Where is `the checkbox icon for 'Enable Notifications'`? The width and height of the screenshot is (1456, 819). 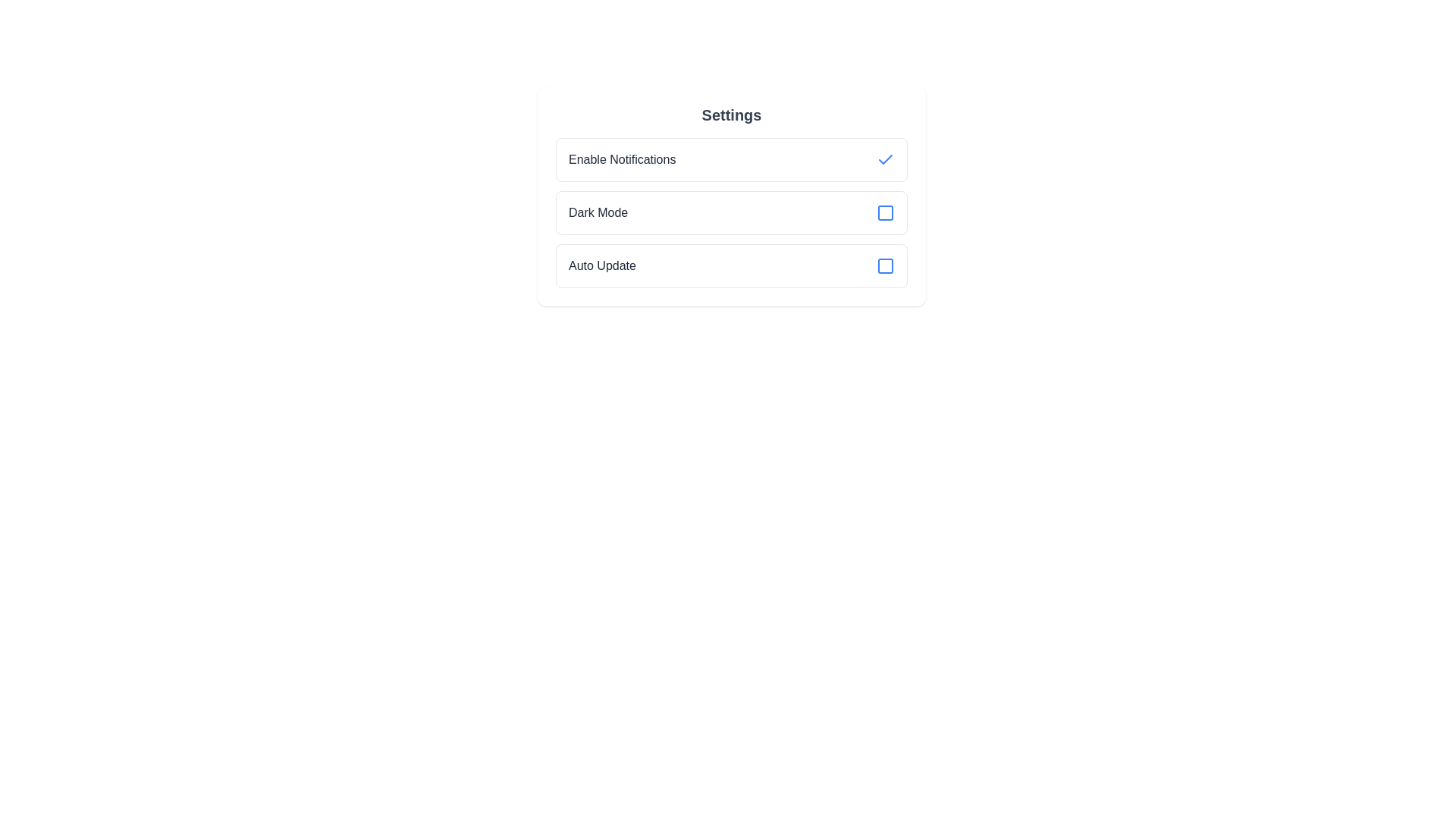 the checkbox icon for 'Enable Notifications' is located at coordinates (885, 160).